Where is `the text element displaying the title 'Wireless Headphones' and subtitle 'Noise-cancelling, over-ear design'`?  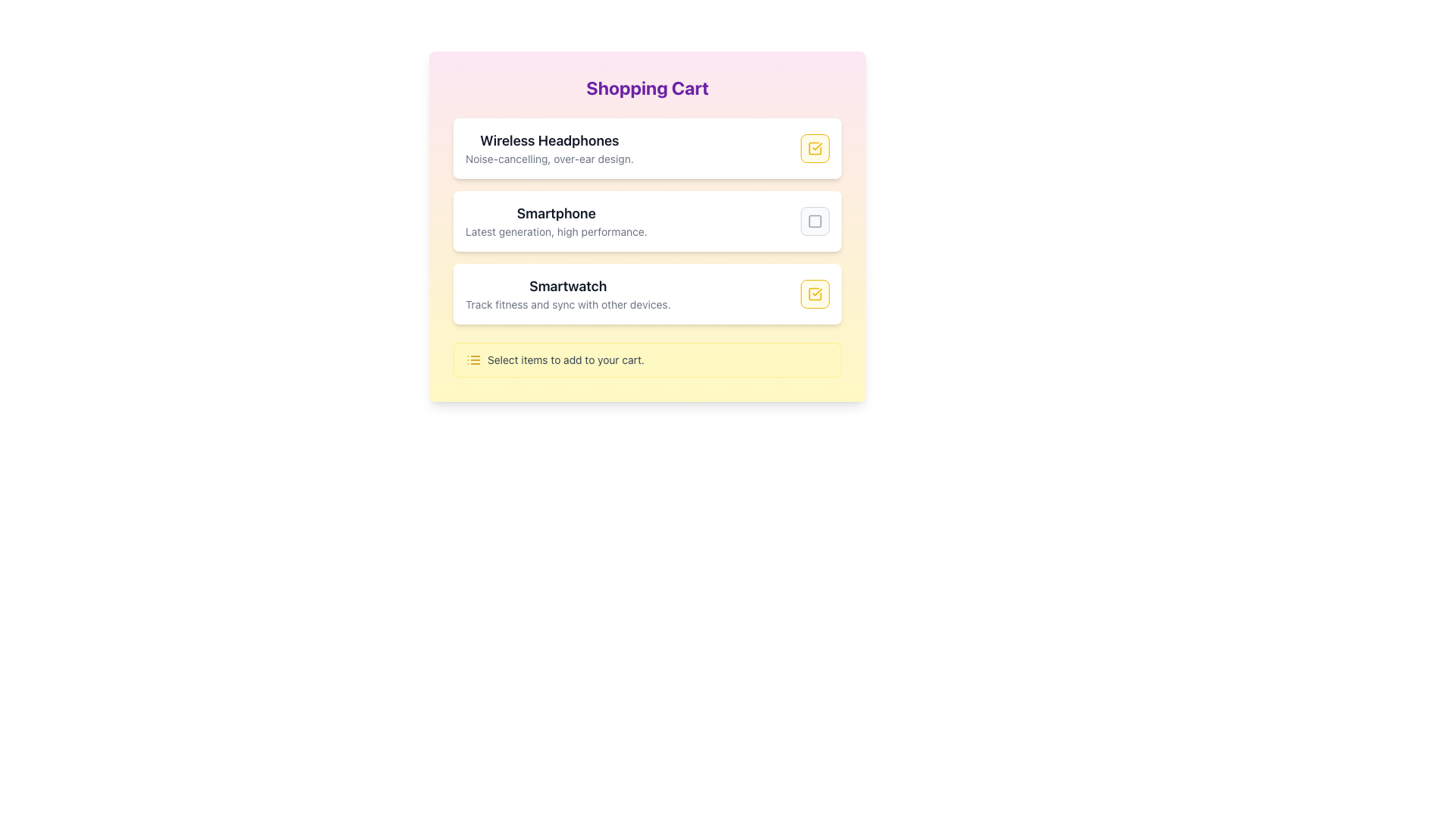 the text element displaying the title 'Wireless Headphones' and subtitle 'Noise-cancelling, over-ear design' is located at coordinates (548, 149).